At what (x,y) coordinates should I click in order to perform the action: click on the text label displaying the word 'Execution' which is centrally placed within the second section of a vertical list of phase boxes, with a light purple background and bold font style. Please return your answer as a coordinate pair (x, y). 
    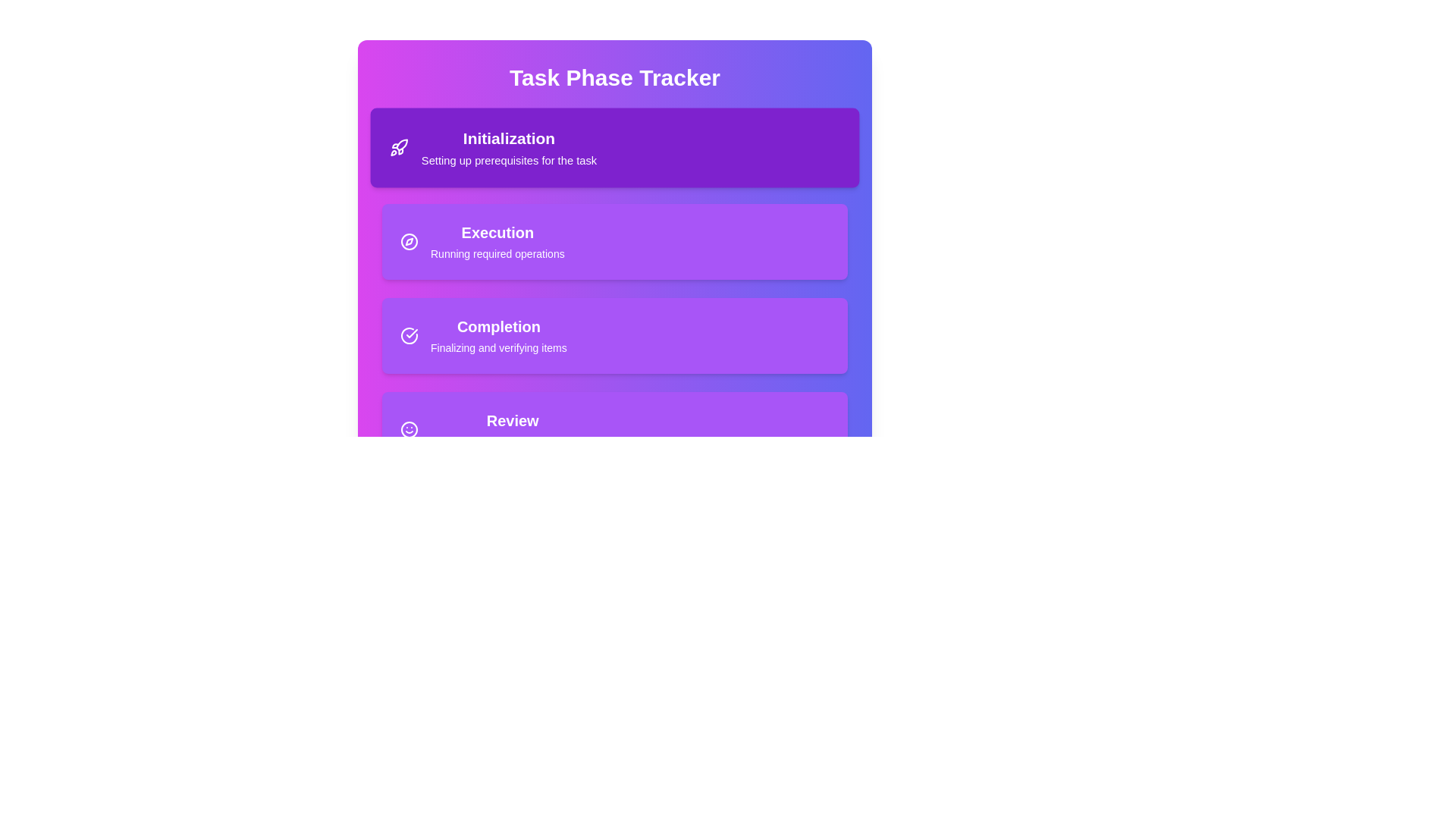
    Looking at the image, I should click on (497, 233).